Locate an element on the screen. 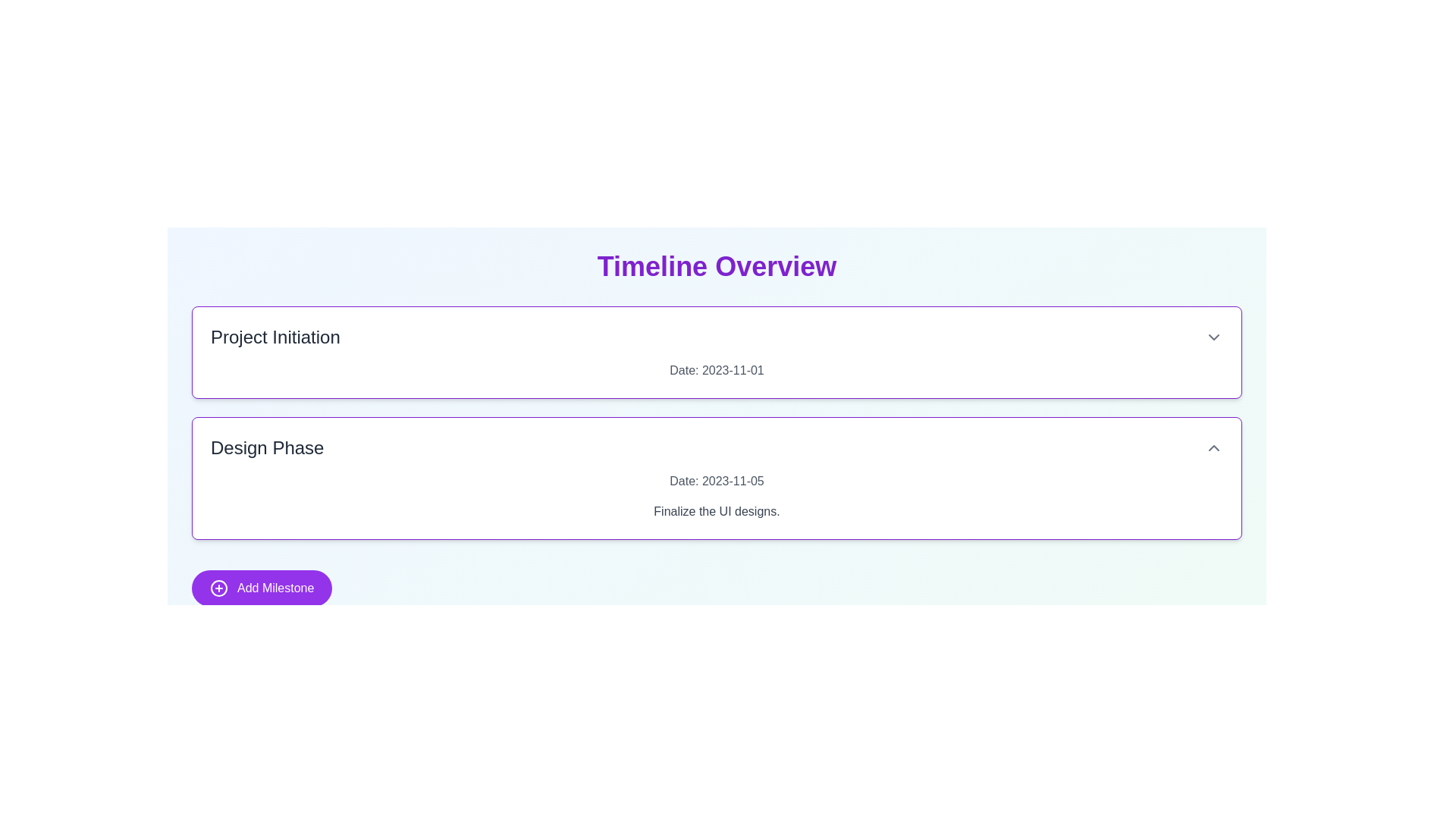  the label displaying the date value 'Date: 2023-11-01', which is located at the bottom-right of the 'Project Initiation' section is located at coordinates (716, 371).